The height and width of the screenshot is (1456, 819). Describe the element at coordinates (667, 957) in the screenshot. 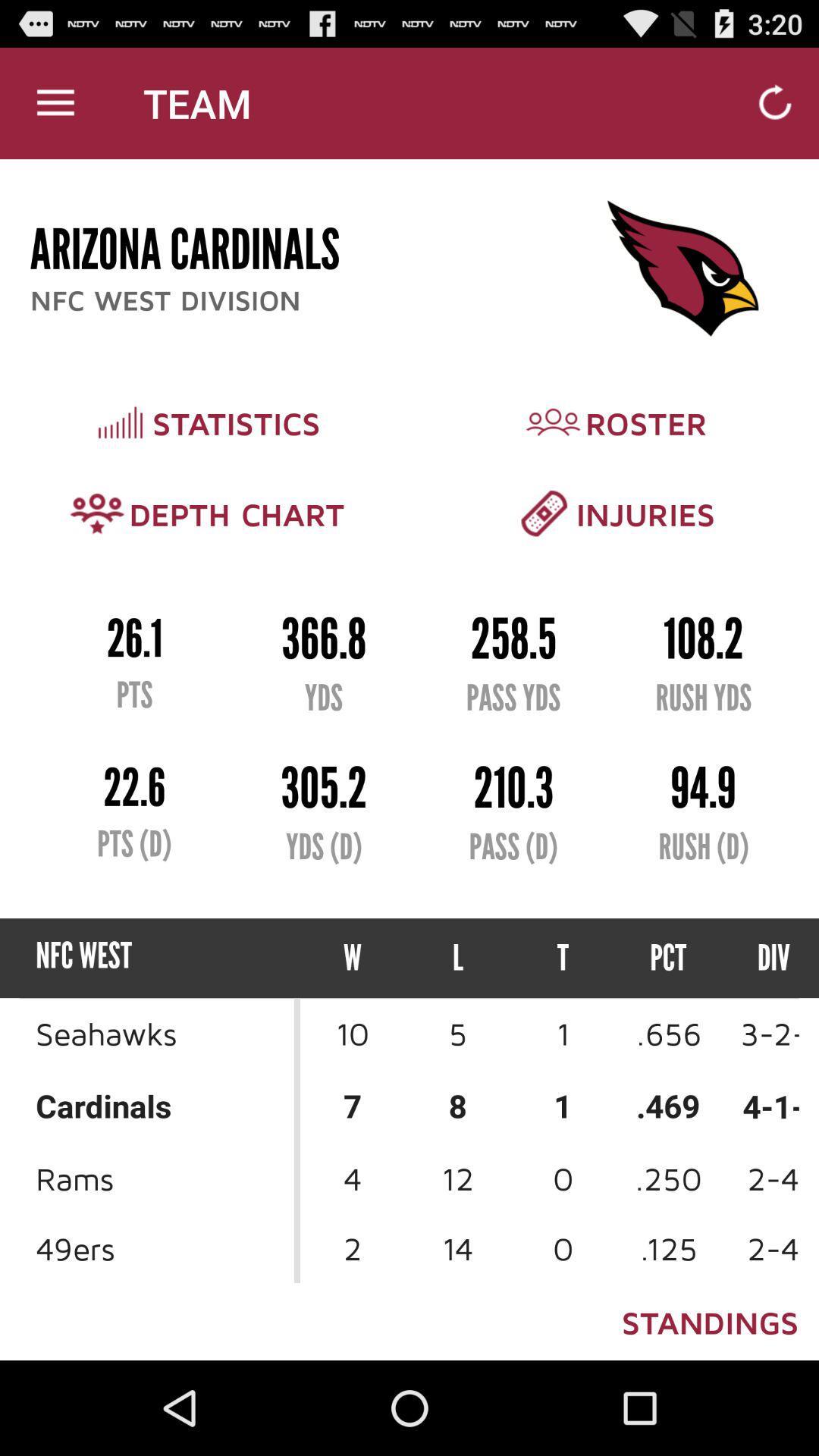

I see `item next to div icon` at that location.